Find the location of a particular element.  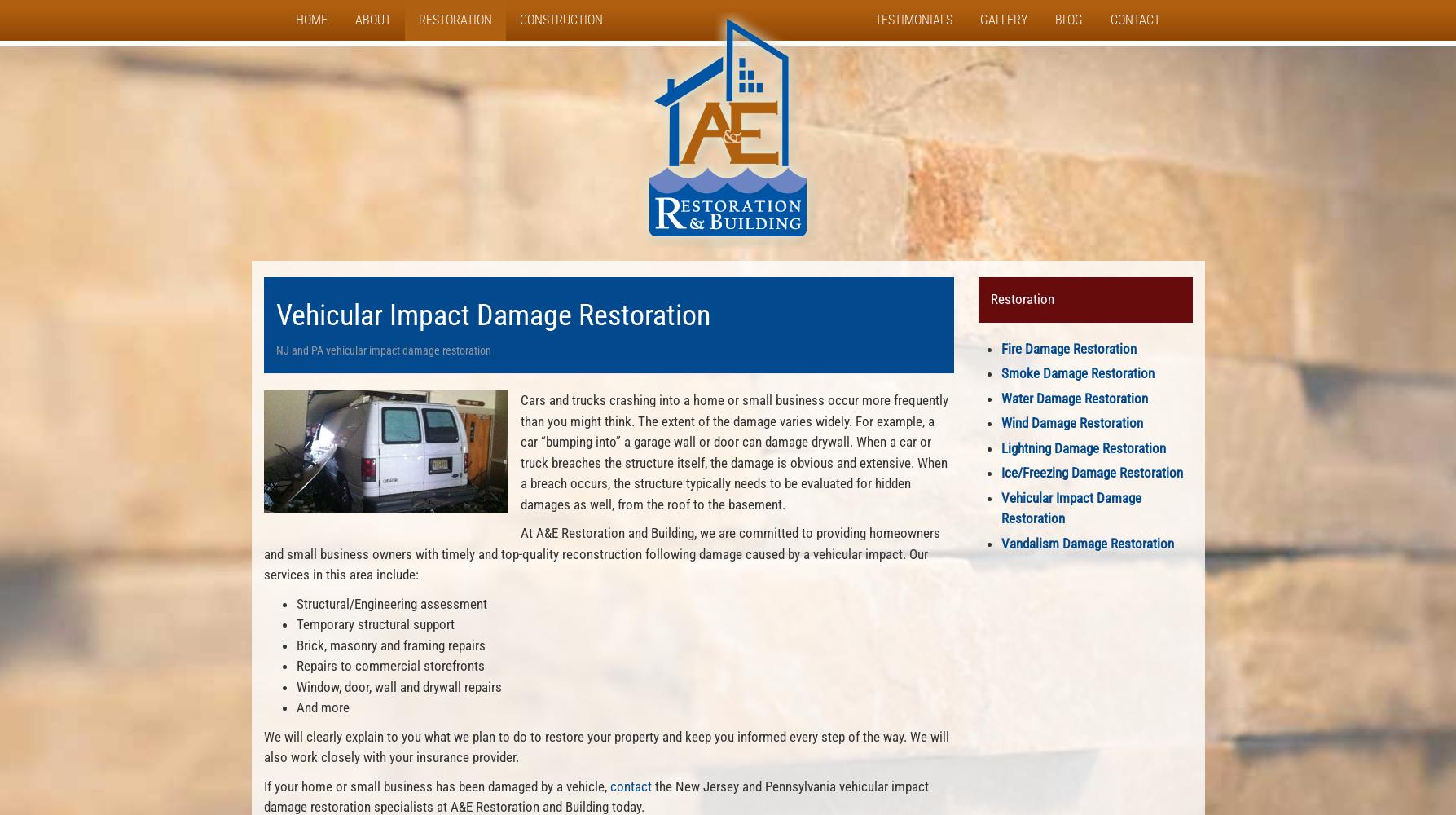

'Water Damage Restoration' is located at coordinates (1073, 397).